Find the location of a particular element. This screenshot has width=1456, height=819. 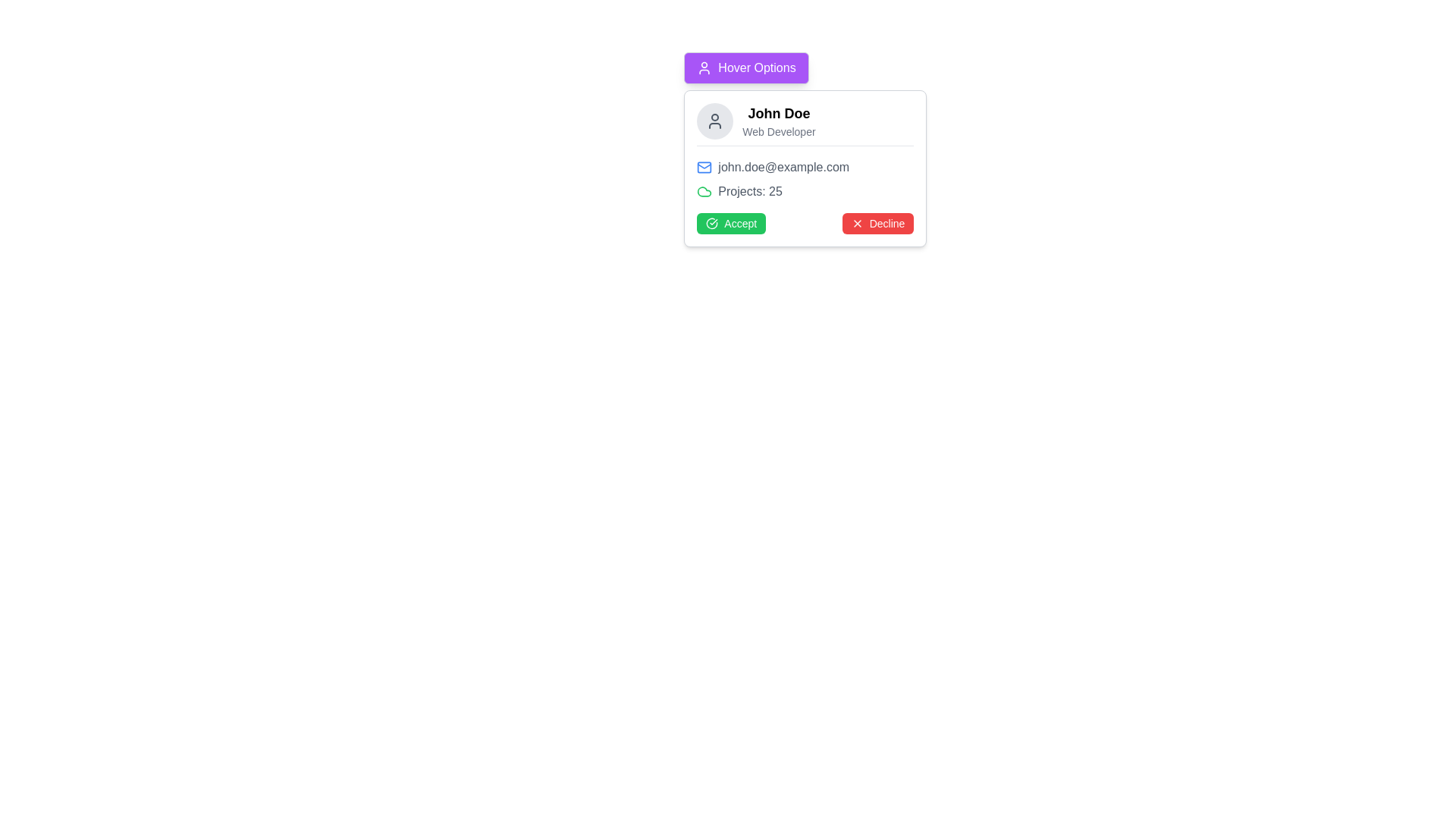

the decorative icon on the 'Decline' button, which visually indicates the button's function to reject or cancel an action is located at coordinates (857, 223).